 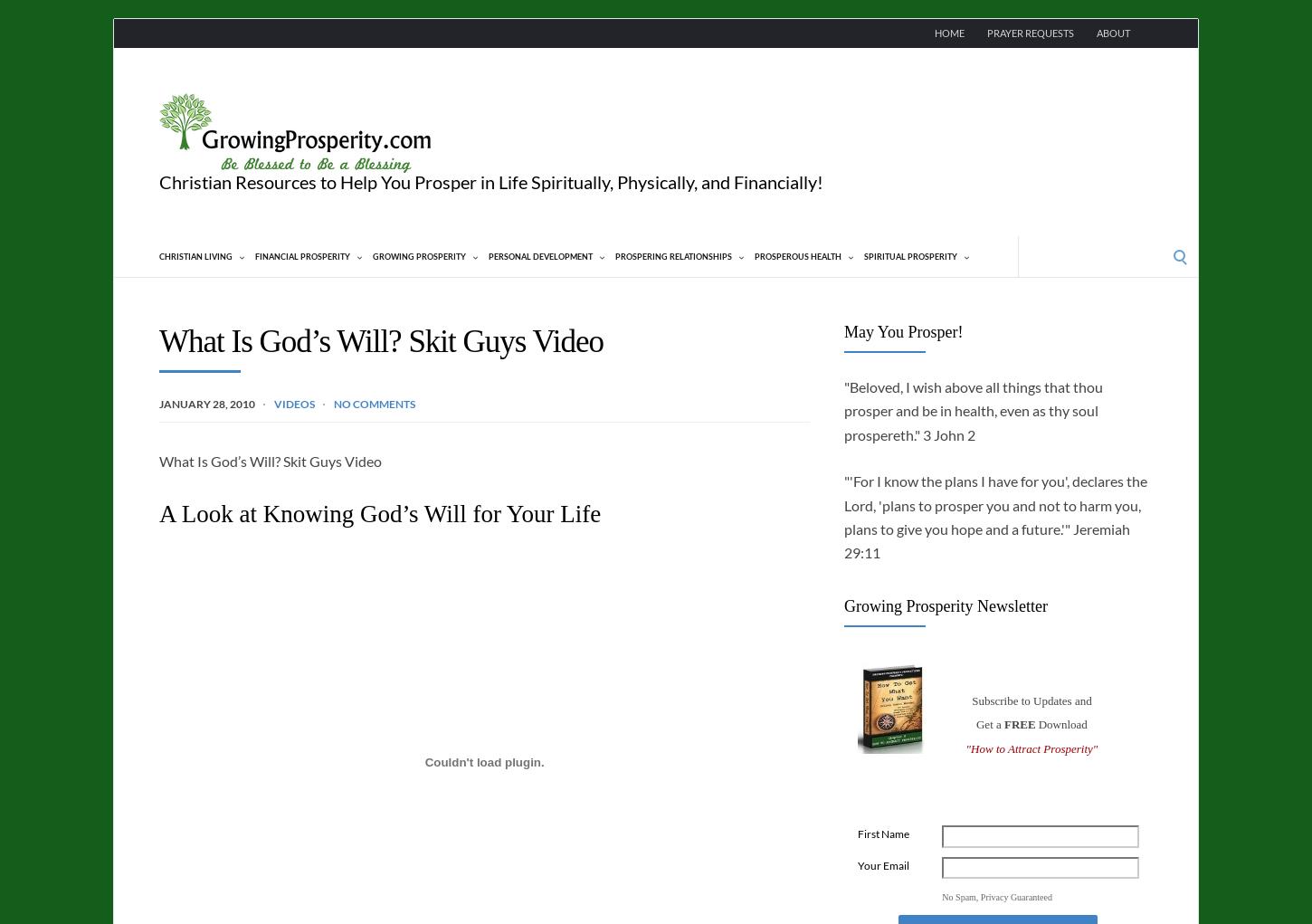 What do you see at coordinates (534, 336) in the screenshot?
I see `'Happiness'` at bounding box center [534, 336].